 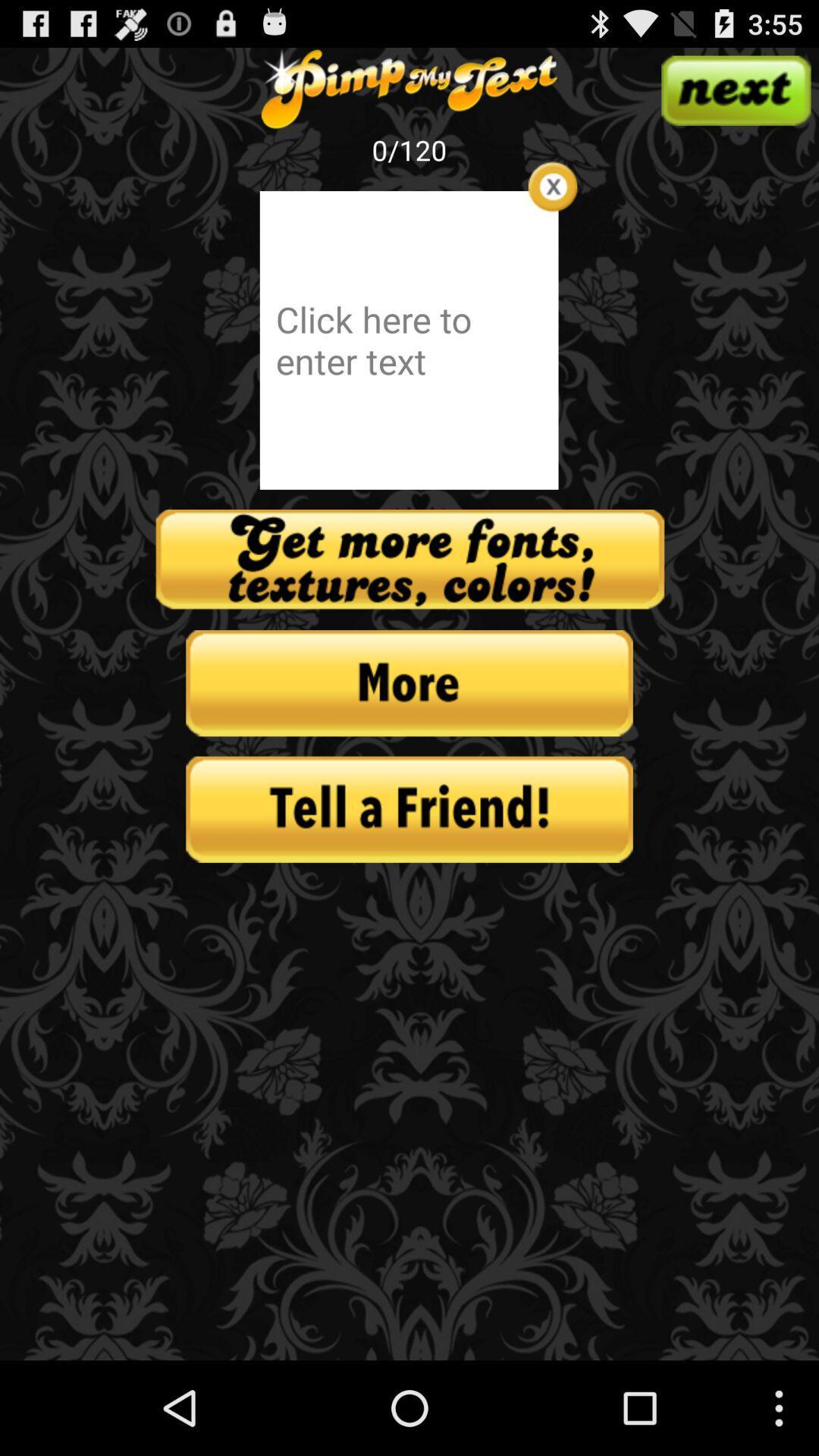 I want to click on text, so click(x=408, y=339).